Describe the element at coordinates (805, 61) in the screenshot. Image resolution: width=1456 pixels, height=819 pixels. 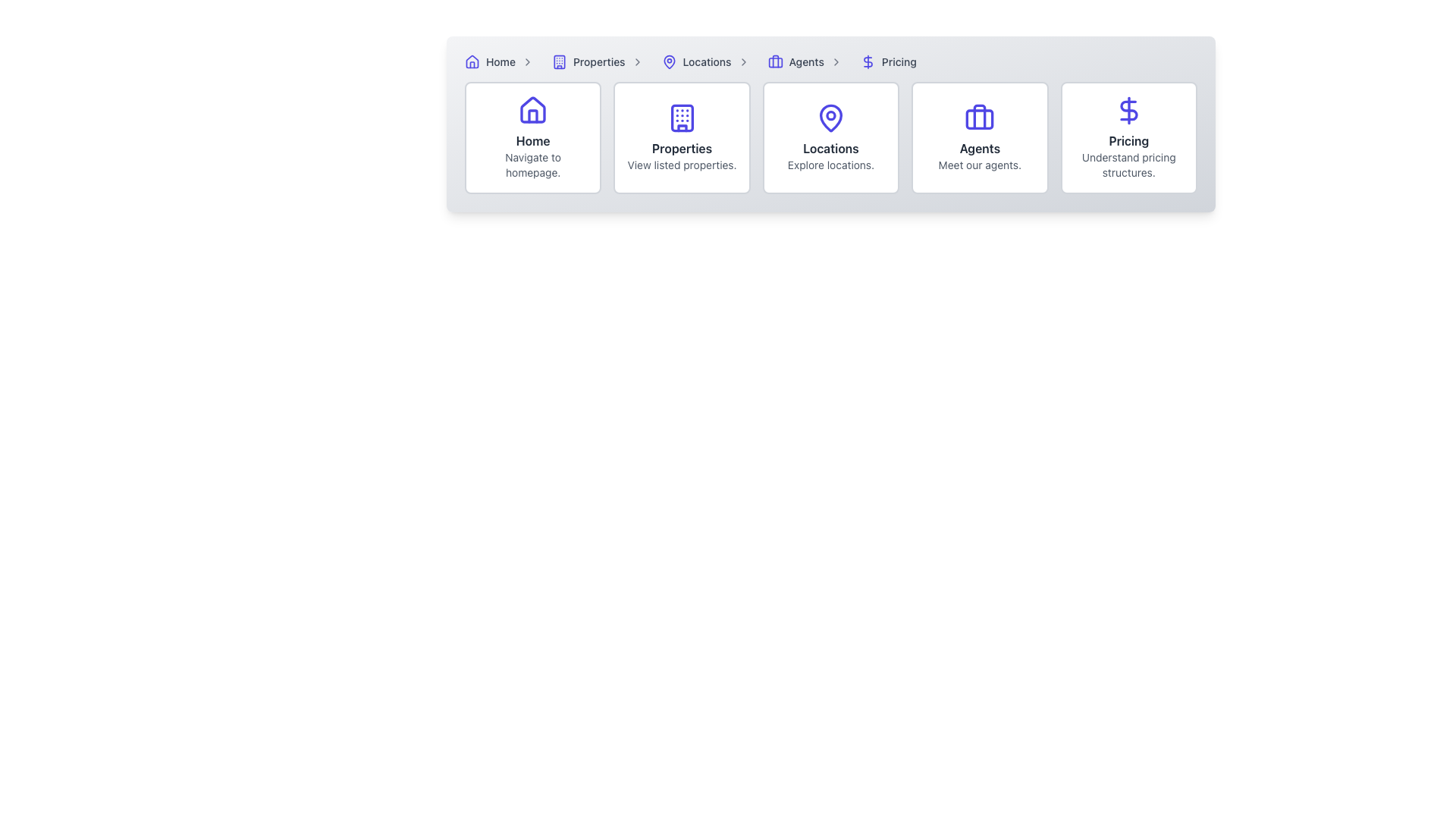
I see `the 'Agents' hyperlink in the navigation bar to observe the hover effect, which changes the text color to a darker gray shade` at that location.